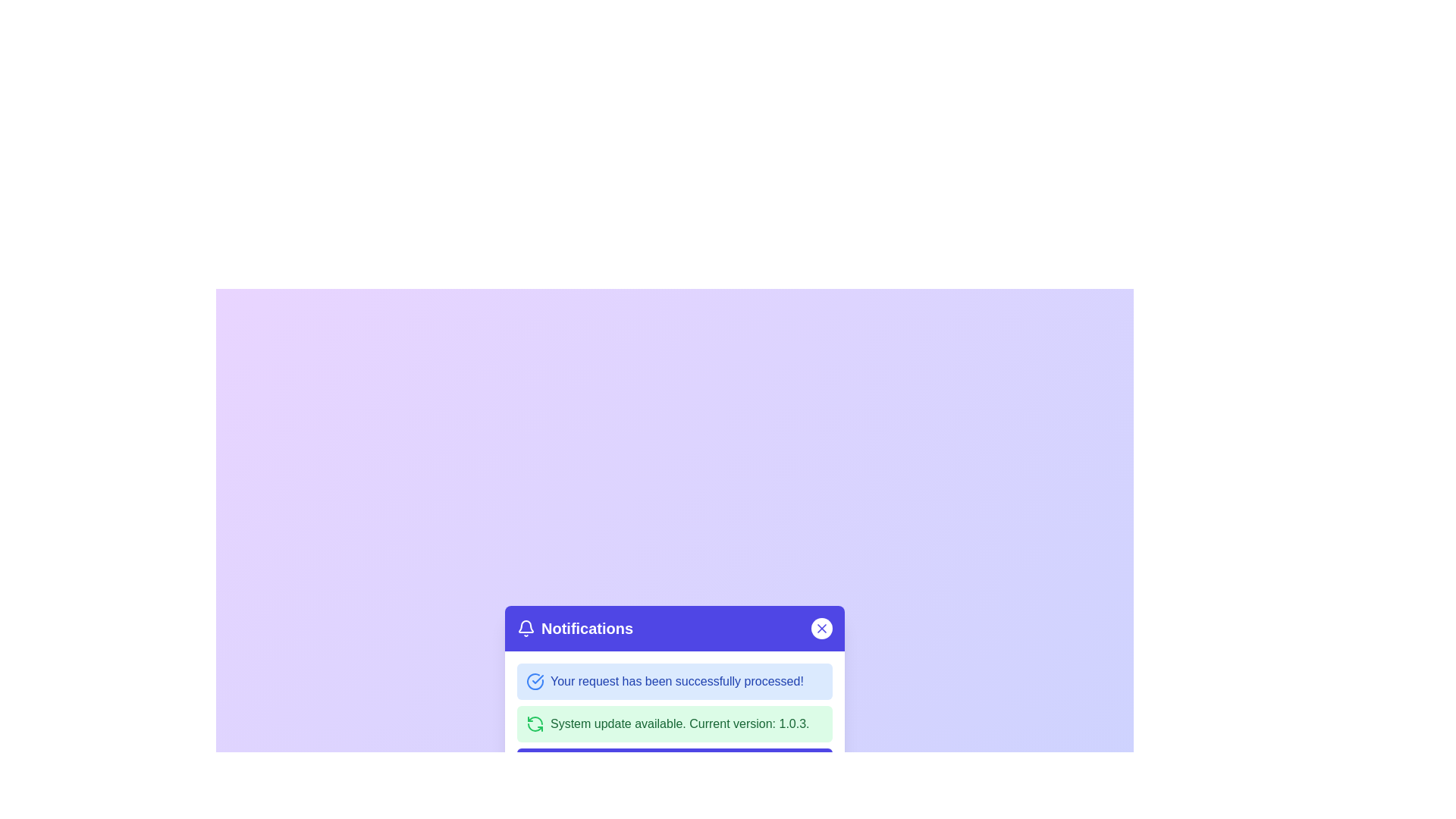 This screenshot has height=819, width=1456. What do you see at coordinates (679, 723) in the screenshot?
I see `the text notification that displays 'System update available. Current version: 1.0.3.' located in the second notification item of the notification panel` at bounding box center [679, 723].